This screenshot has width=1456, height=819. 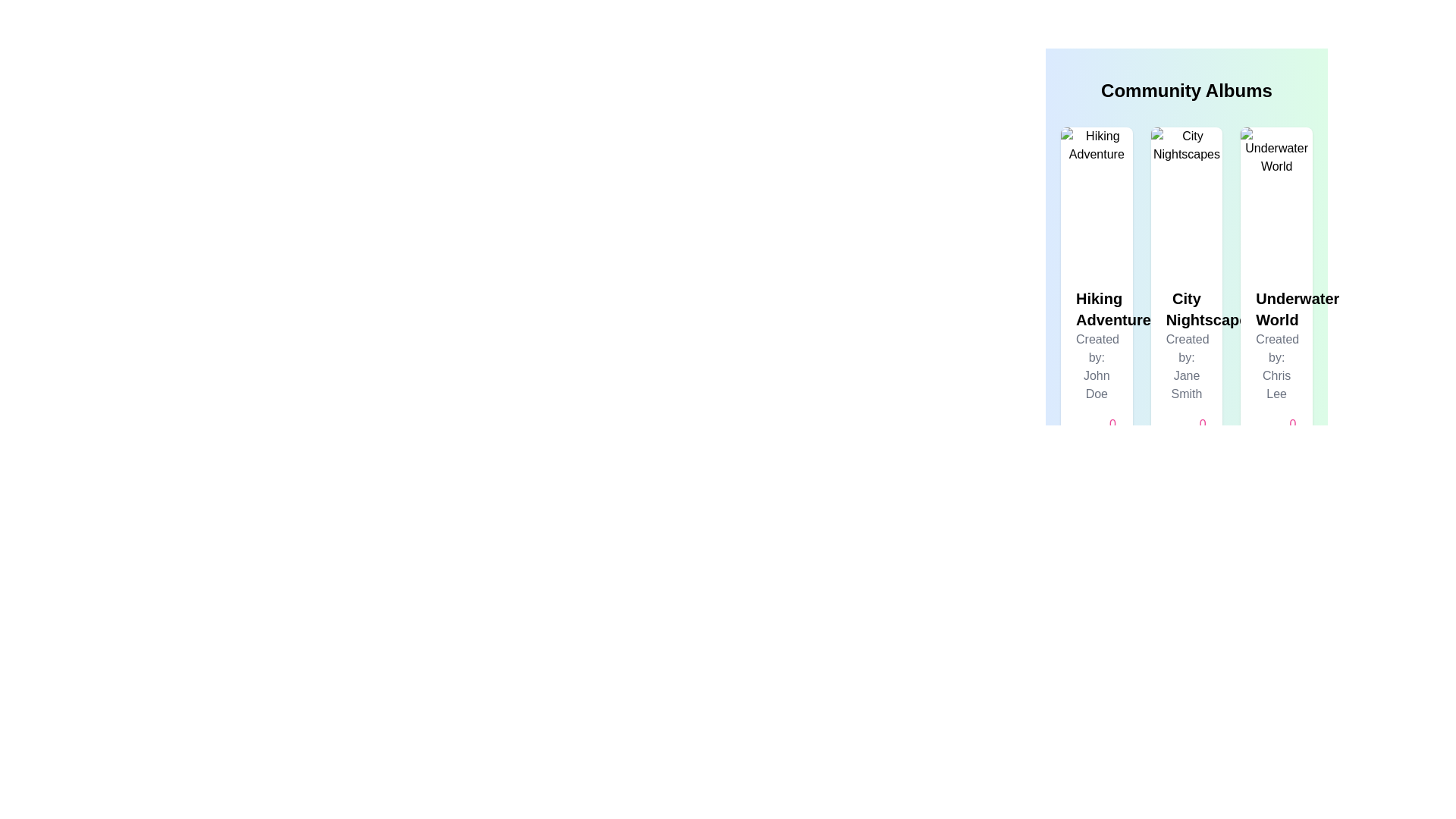 What do you see at coordinates (1276, 199) in the screenshot?
I see `the image placeholder located at the top center of the rightmost card in the horizontally aligned list` at bounding box center [1276, 199].